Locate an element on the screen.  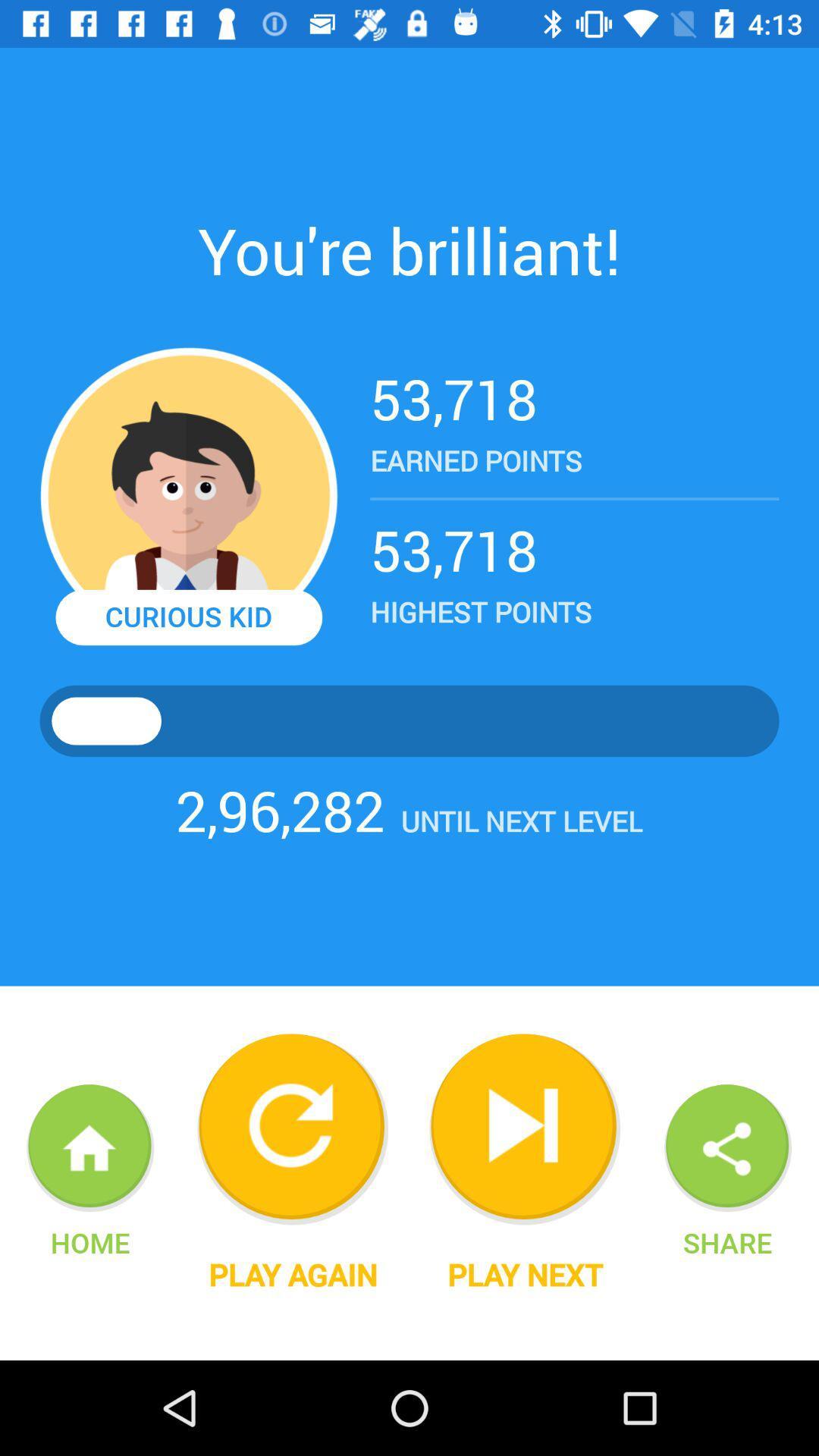
share the results is located at coordinates (727, 1148).